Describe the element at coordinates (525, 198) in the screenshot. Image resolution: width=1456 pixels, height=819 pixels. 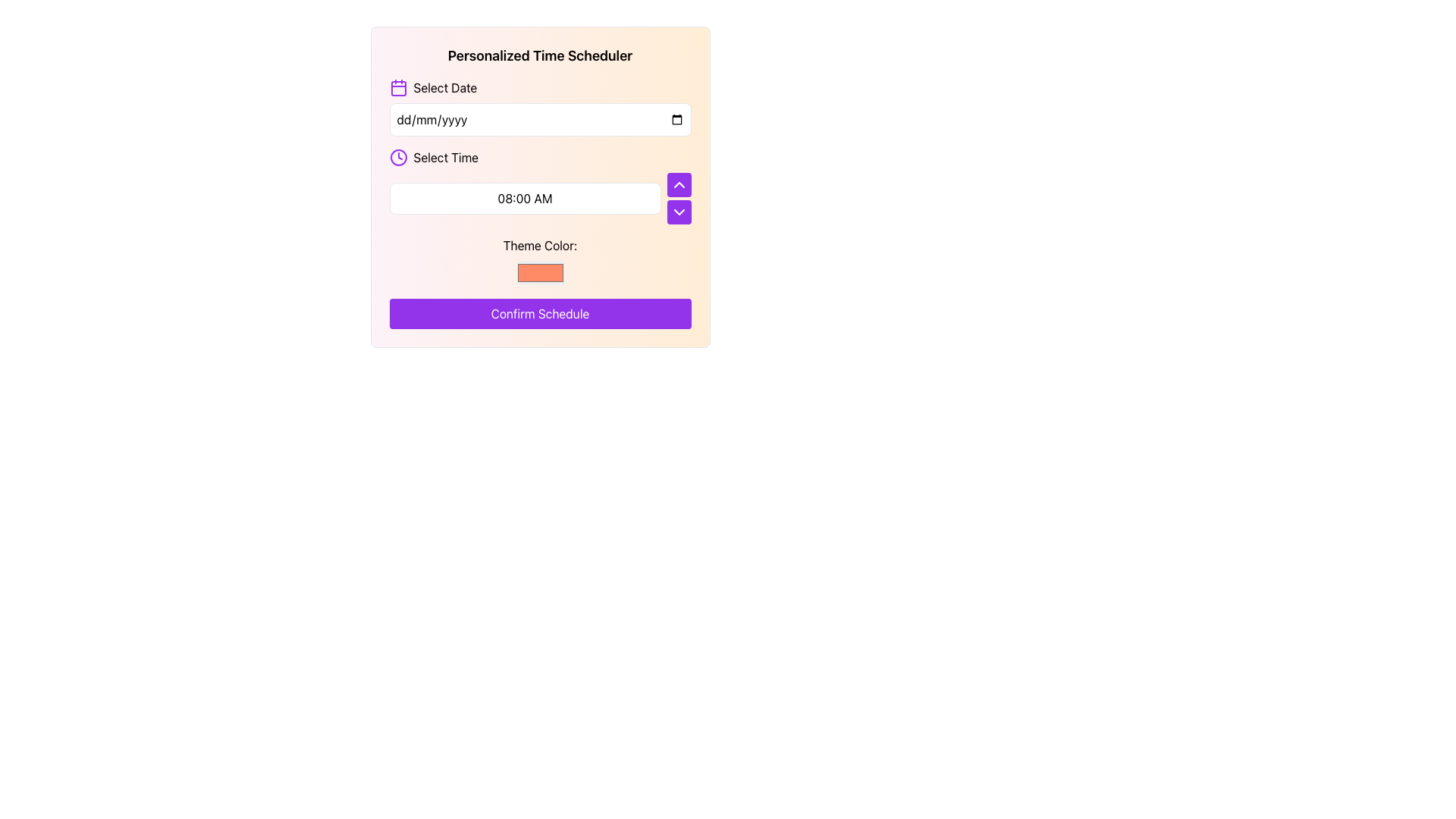
I see `the time input field located just below the 'Select Time' label` at that location.